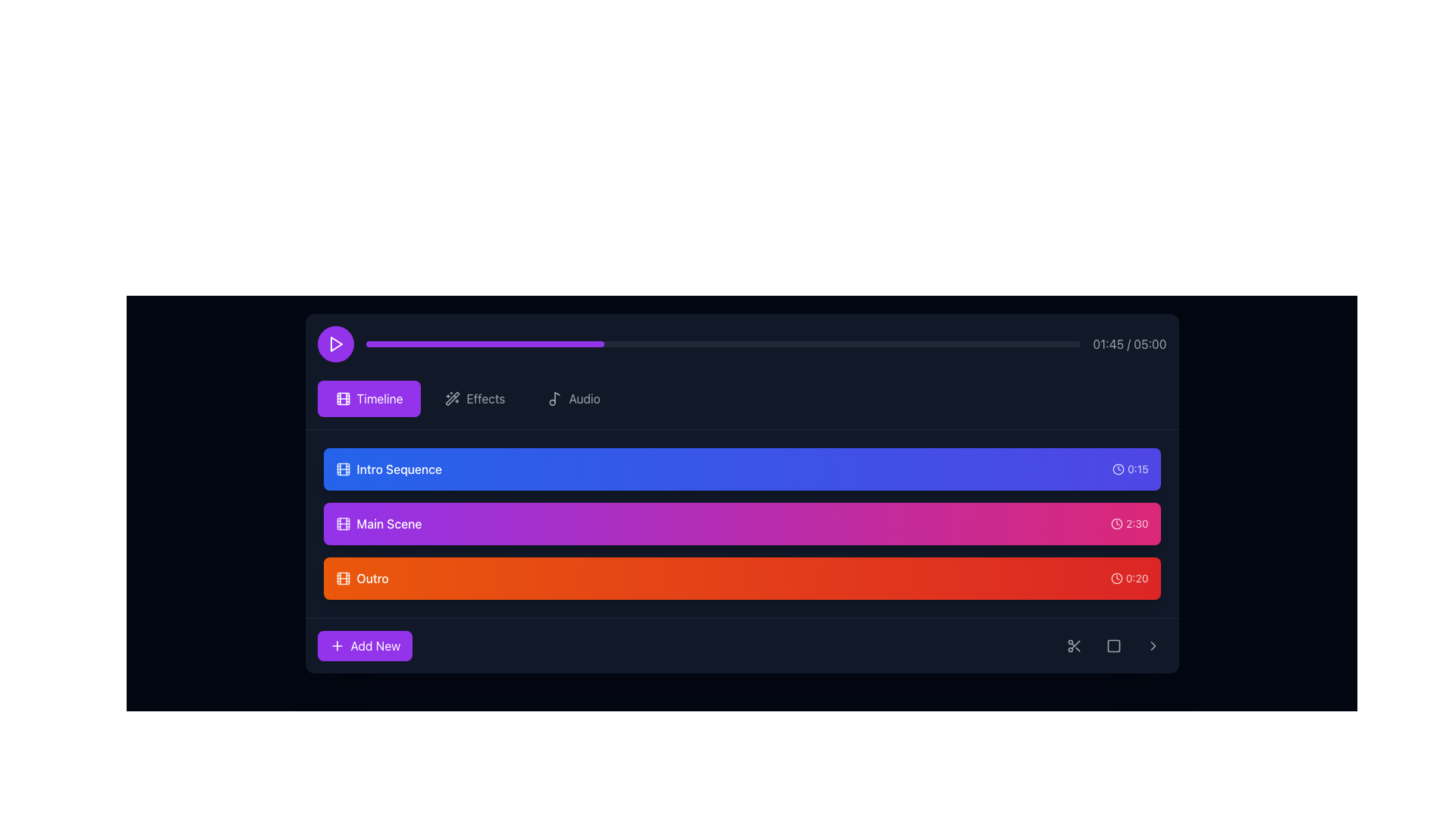 The image size is (1456, 819). Describe the element at coordinates (1137, 468) in the screenshot. I see `the static informational label displaying '0:15', which is located on the far right side of the first row of the timeline, next to a clock icon` at that location.